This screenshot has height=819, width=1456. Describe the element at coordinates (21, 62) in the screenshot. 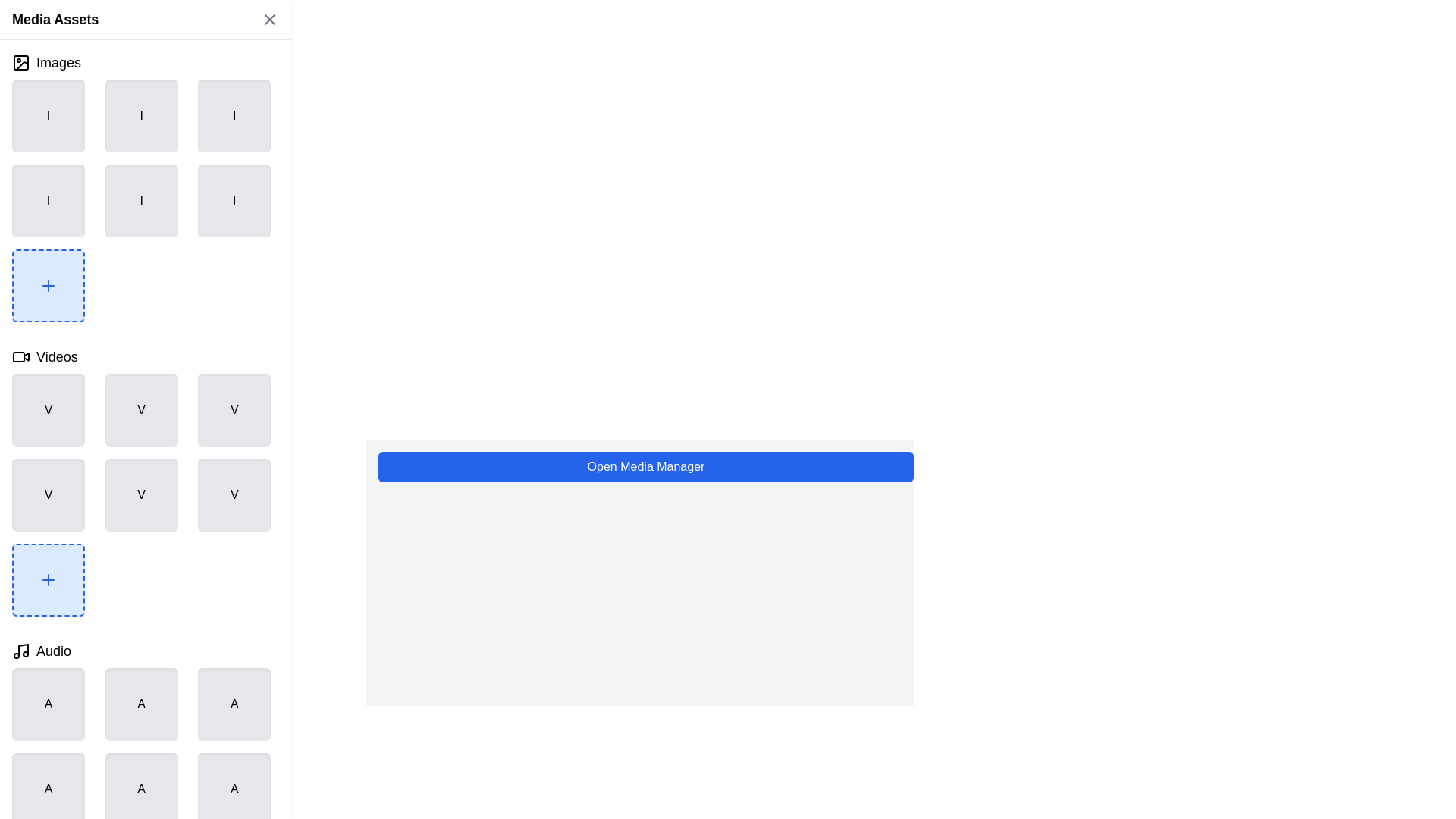

I see `the icon that visually identifies the 'Images' section, located immediately to the left of the label 'Images' in the 'Media Assets' section` at that location.